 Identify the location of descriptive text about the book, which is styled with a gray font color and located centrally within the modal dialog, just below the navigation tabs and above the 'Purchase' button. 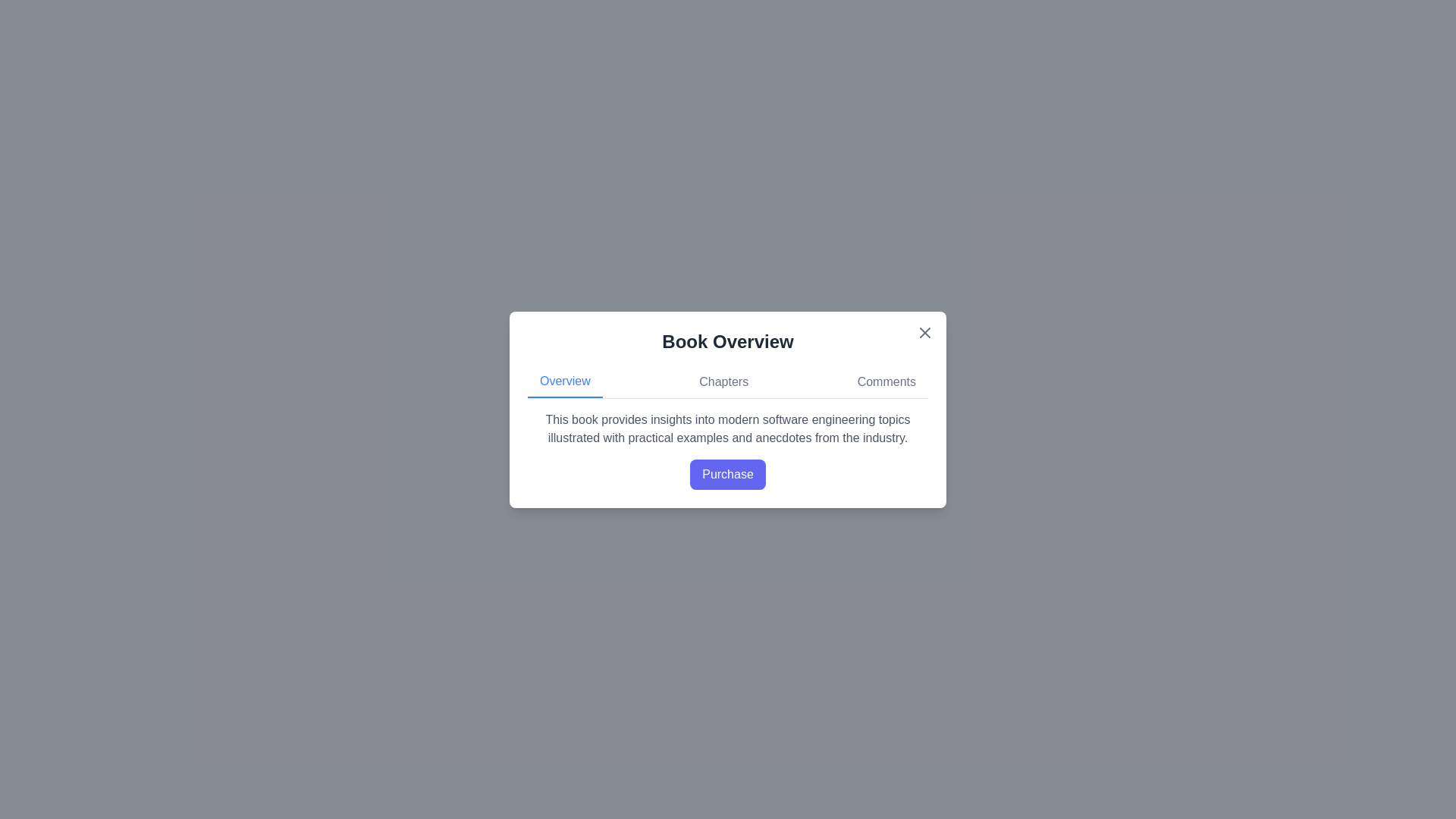
(728, 428).